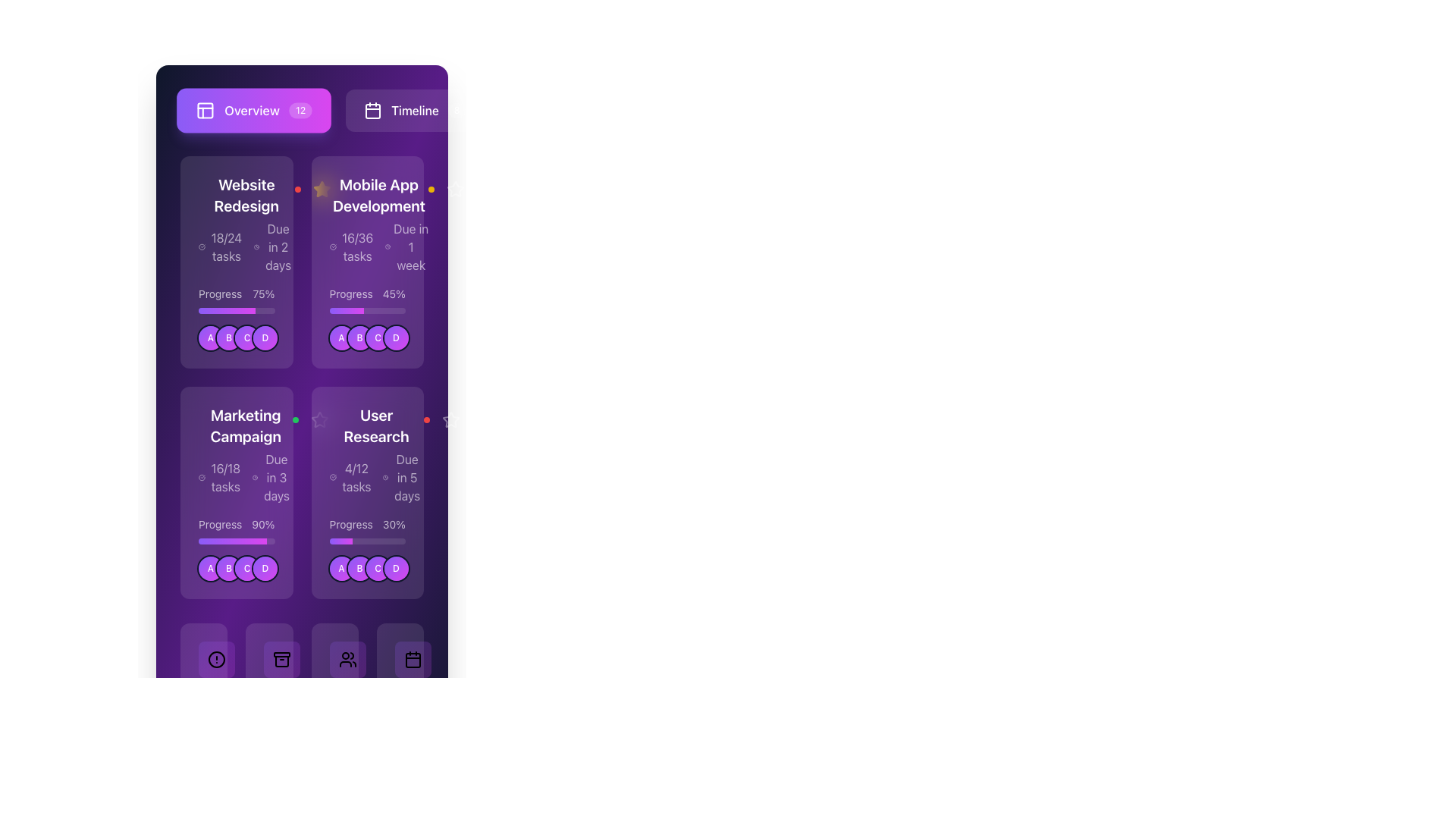 This screenshot has width=1456, height=819. I want to click on the static text label displaying 'Due in 5 days', which is part of the 'User Research' card and located below the task progress bar, so click(407, 476).